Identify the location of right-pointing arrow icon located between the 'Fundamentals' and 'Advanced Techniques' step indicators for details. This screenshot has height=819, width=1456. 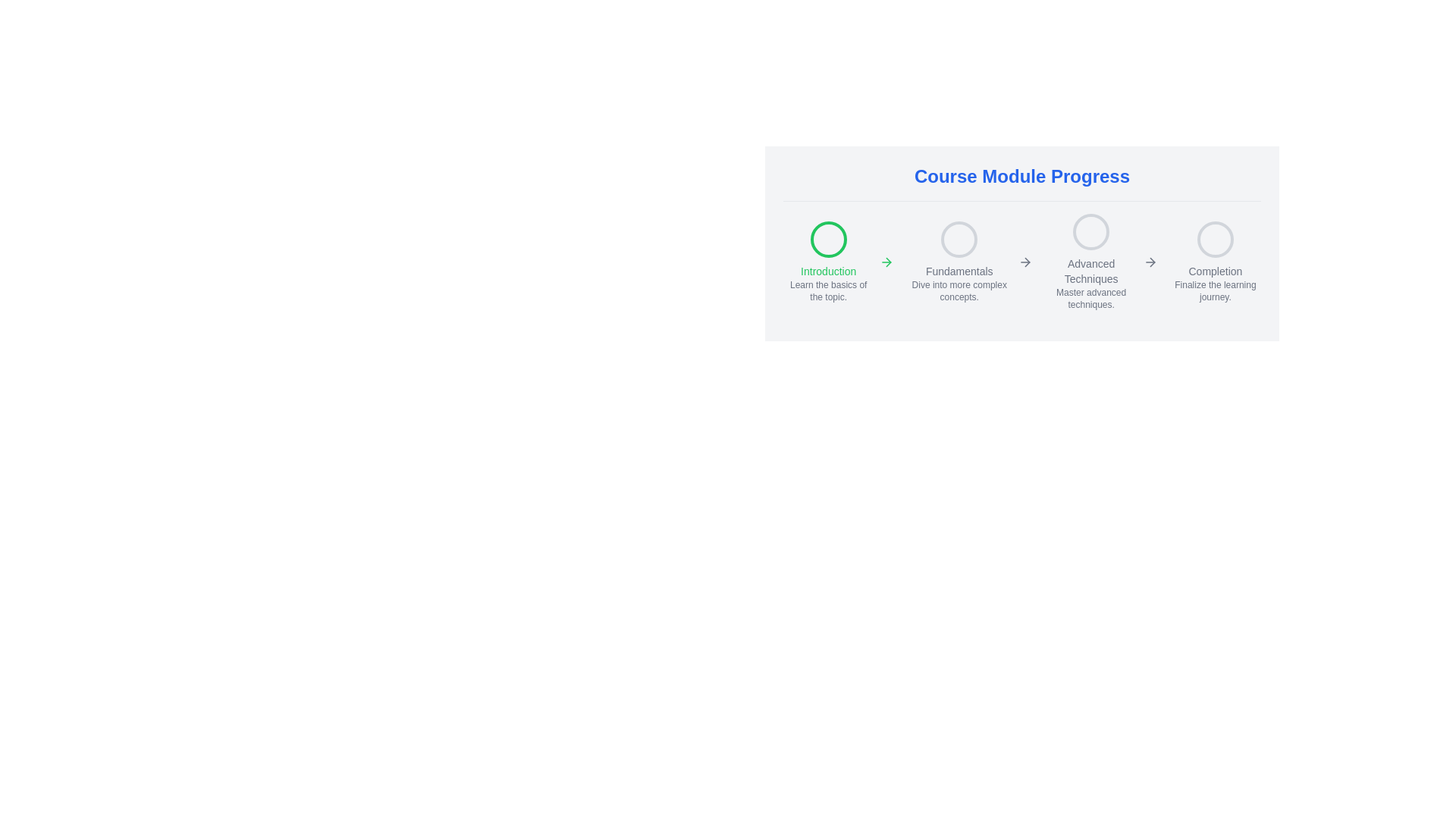
(1153, 262).